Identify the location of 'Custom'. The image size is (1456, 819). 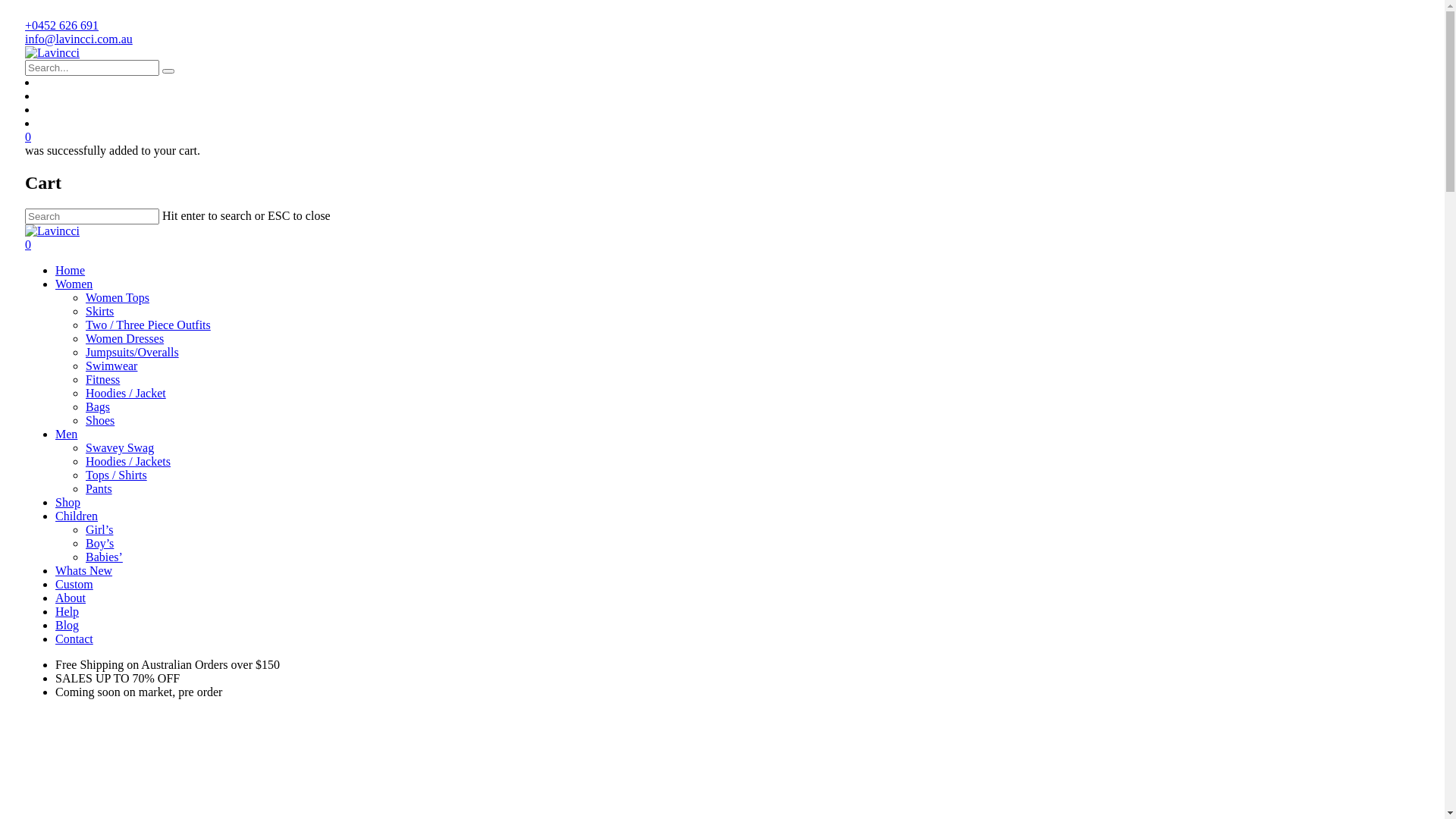
(55, 583).